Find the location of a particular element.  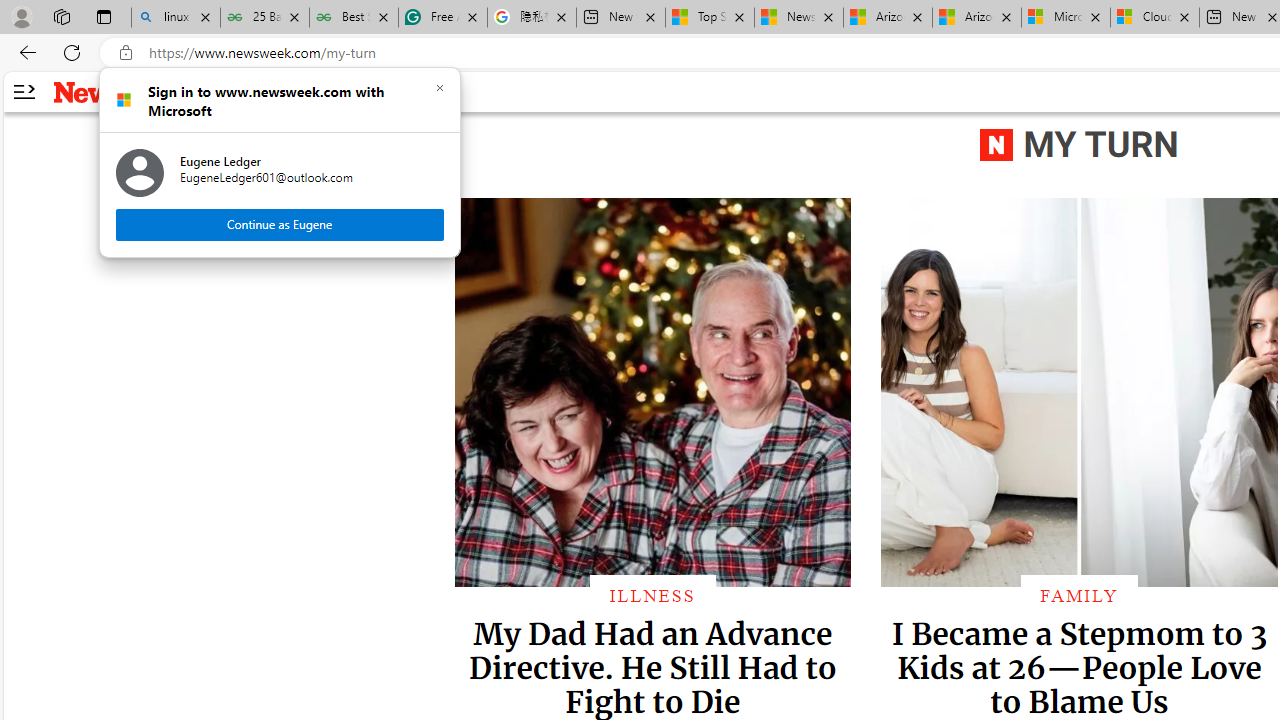

'linux basic - Search' is located at coordinates (176, 17).